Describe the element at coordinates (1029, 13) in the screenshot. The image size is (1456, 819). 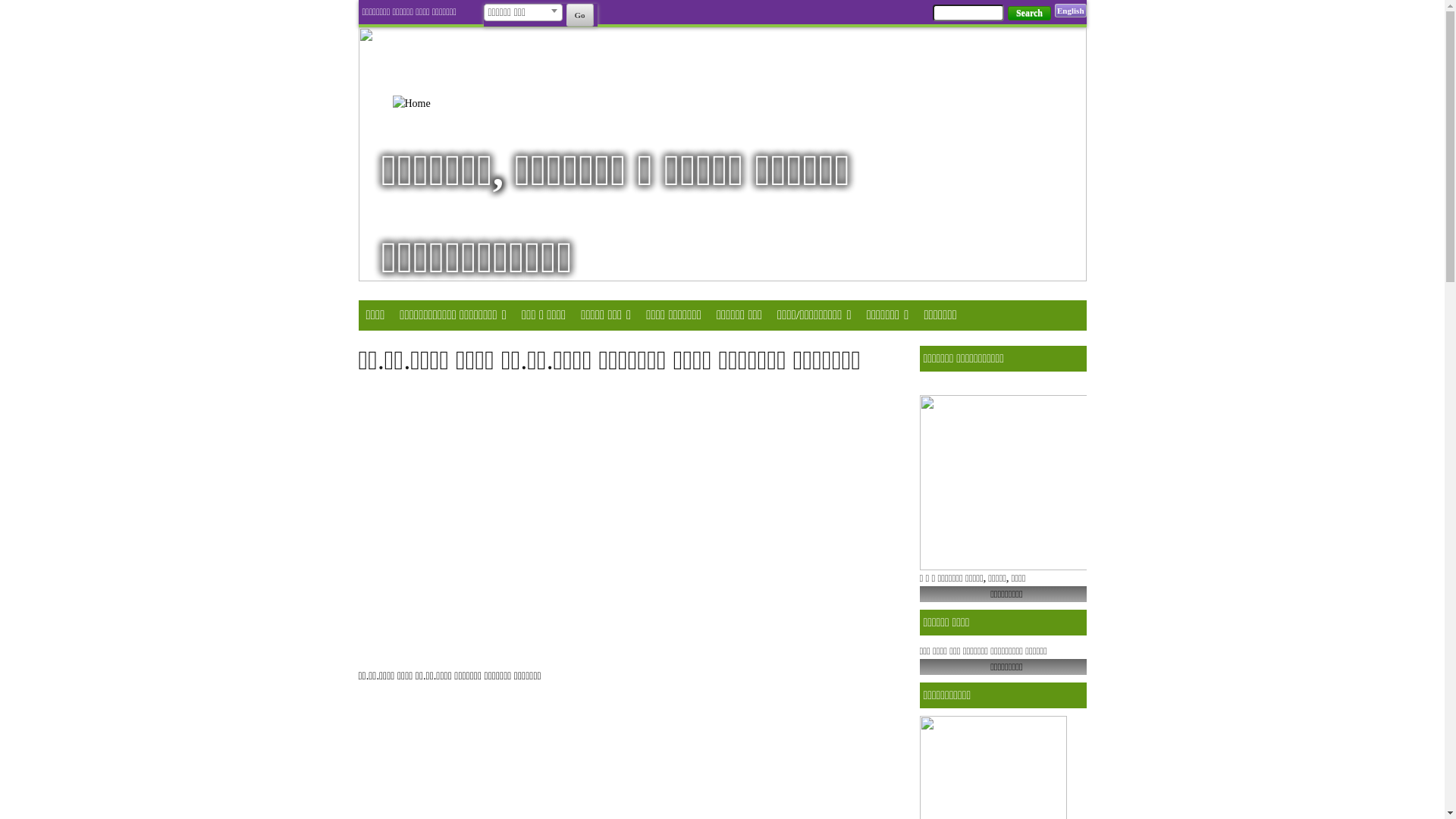
I see `'Search'` at that location.